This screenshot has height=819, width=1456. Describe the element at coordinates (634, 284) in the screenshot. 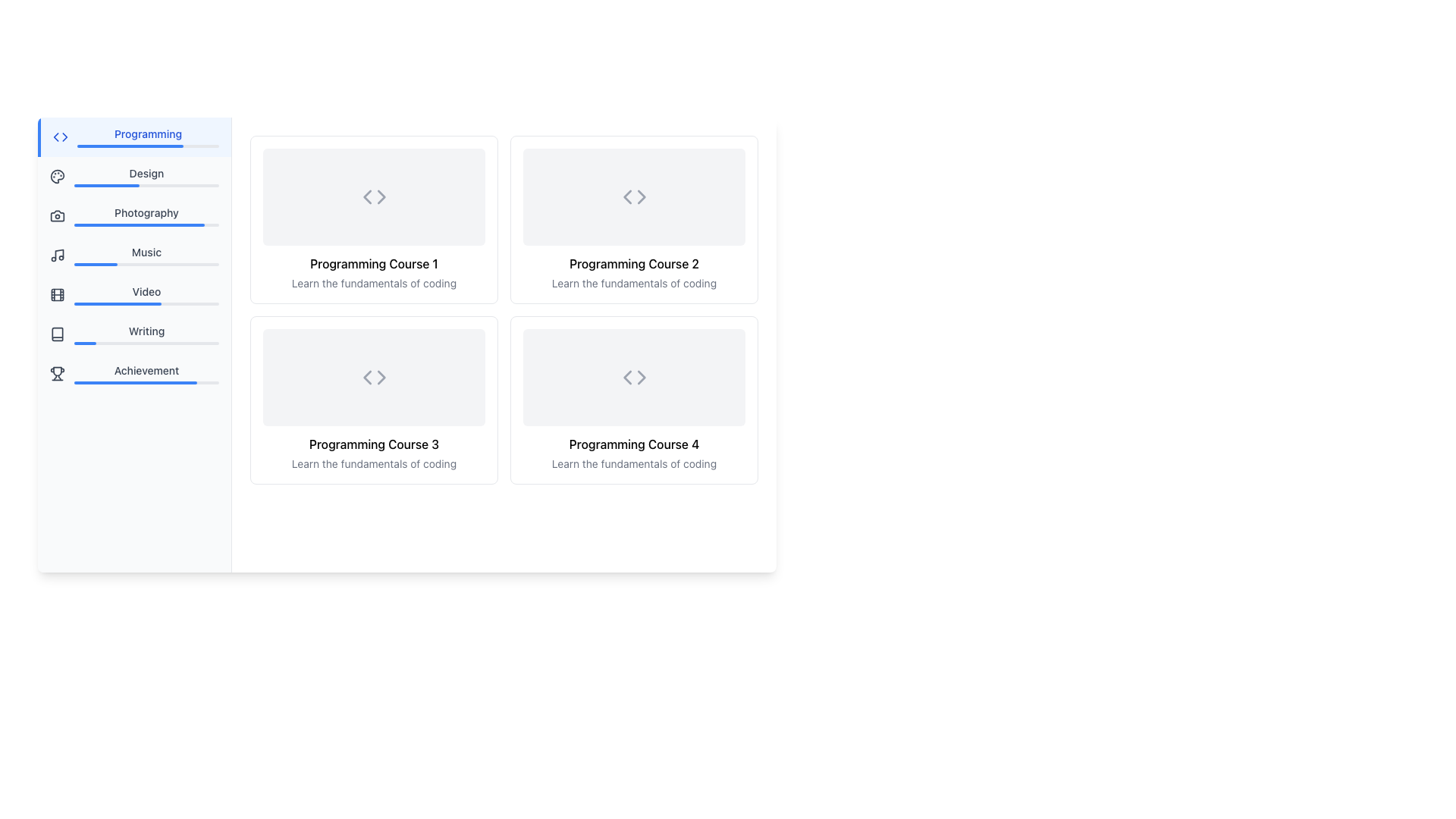

I see `the text label that reads 'Learn the fundamentals of coding.' which is styled in a smaller-sized, gray font and located directly beneath the larger title 'Programming Course 2.'` at that location.